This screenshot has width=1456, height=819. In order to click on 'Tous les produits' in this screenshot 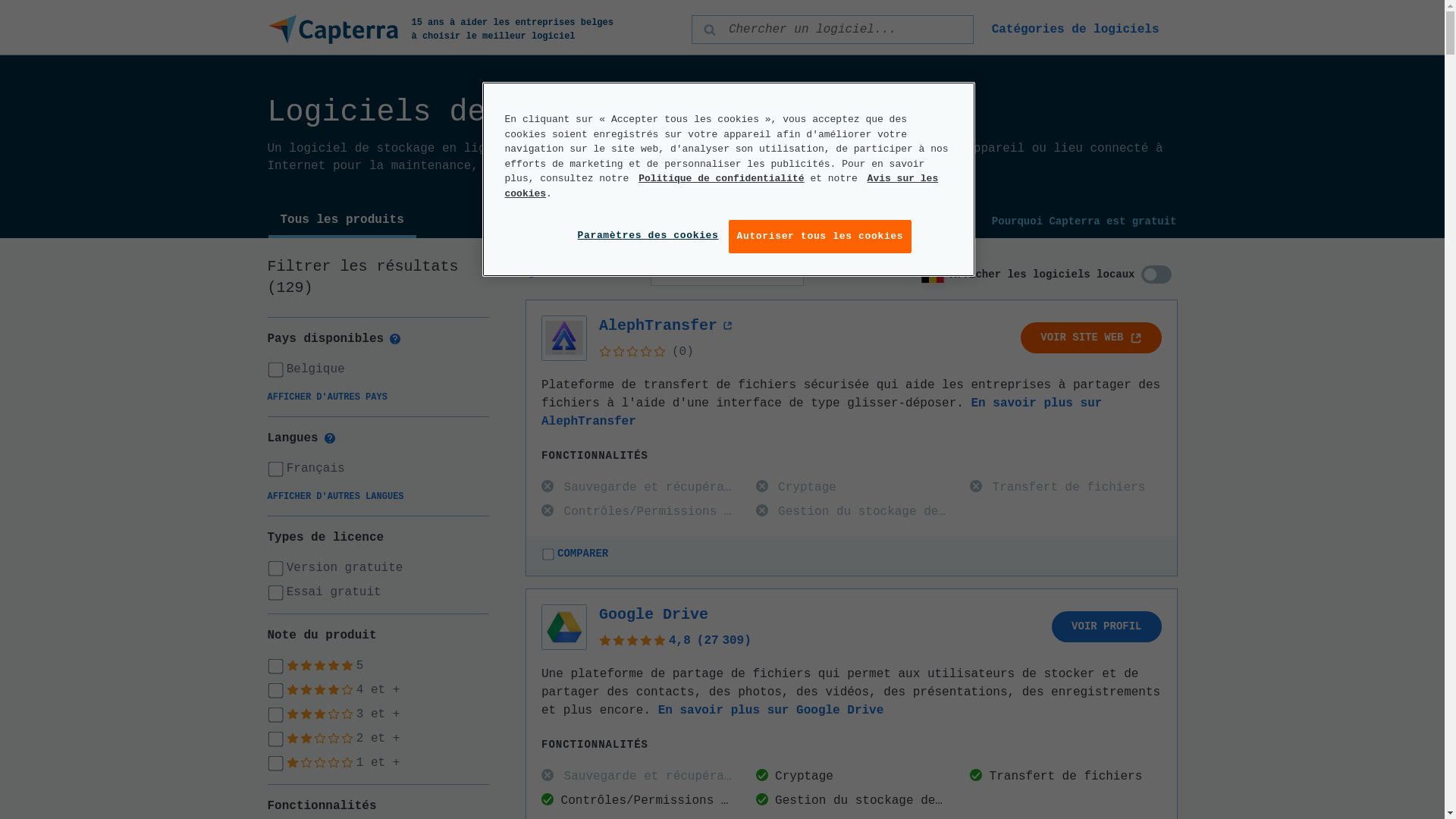, I will do `click(341, 221)`.